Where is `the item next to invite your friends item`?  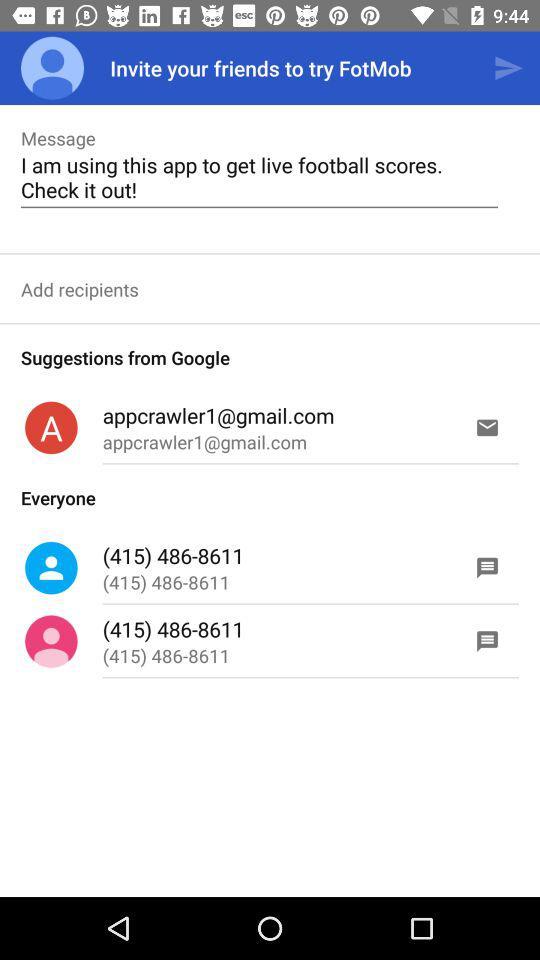
the item next to invite your friends item is located at coordinates (52, 68).